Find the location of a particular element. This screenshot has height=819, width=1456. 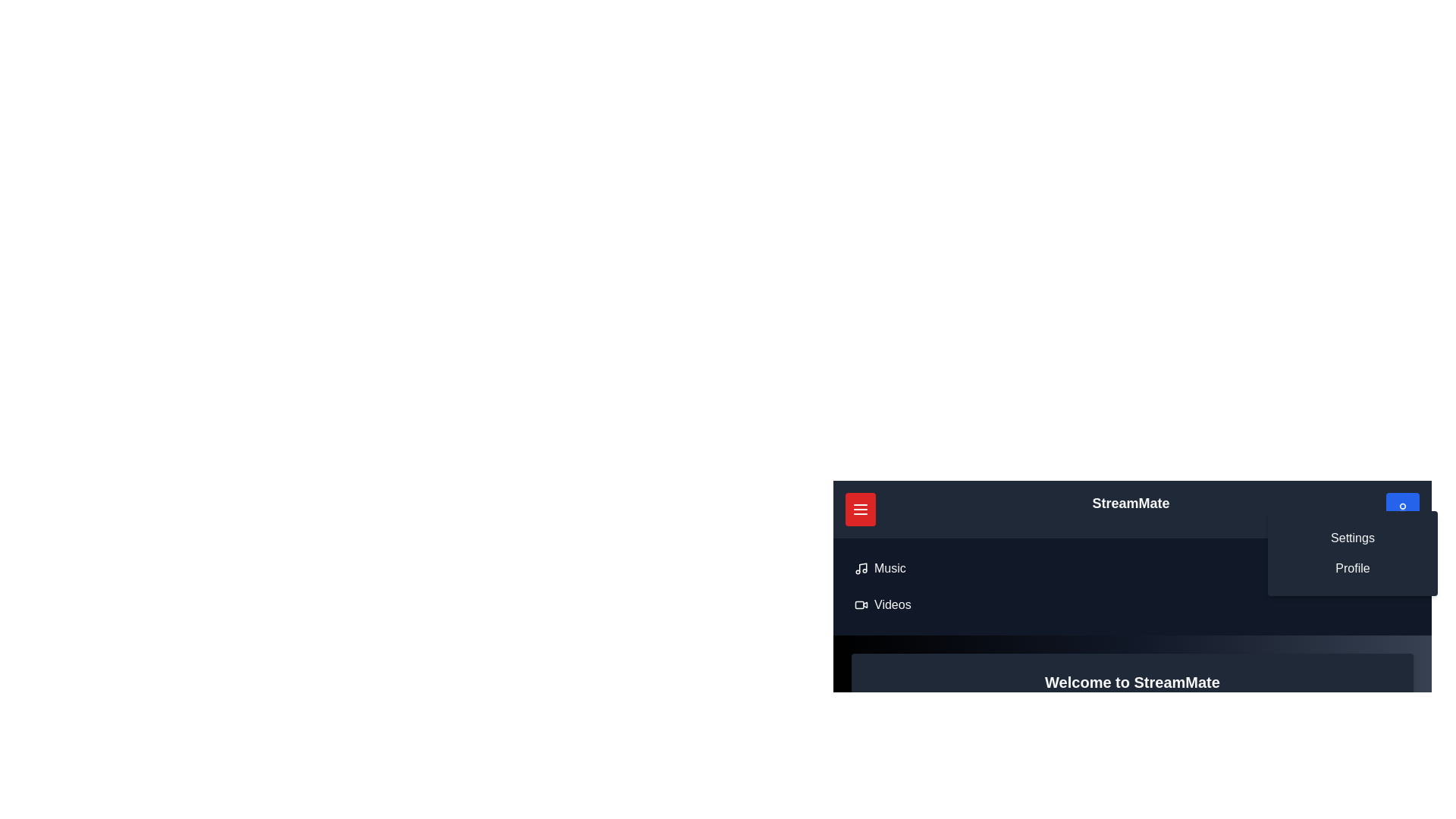

the header text 'StreamMate' located in the top center of the navigation bar is located at coordinates (1131, 509).